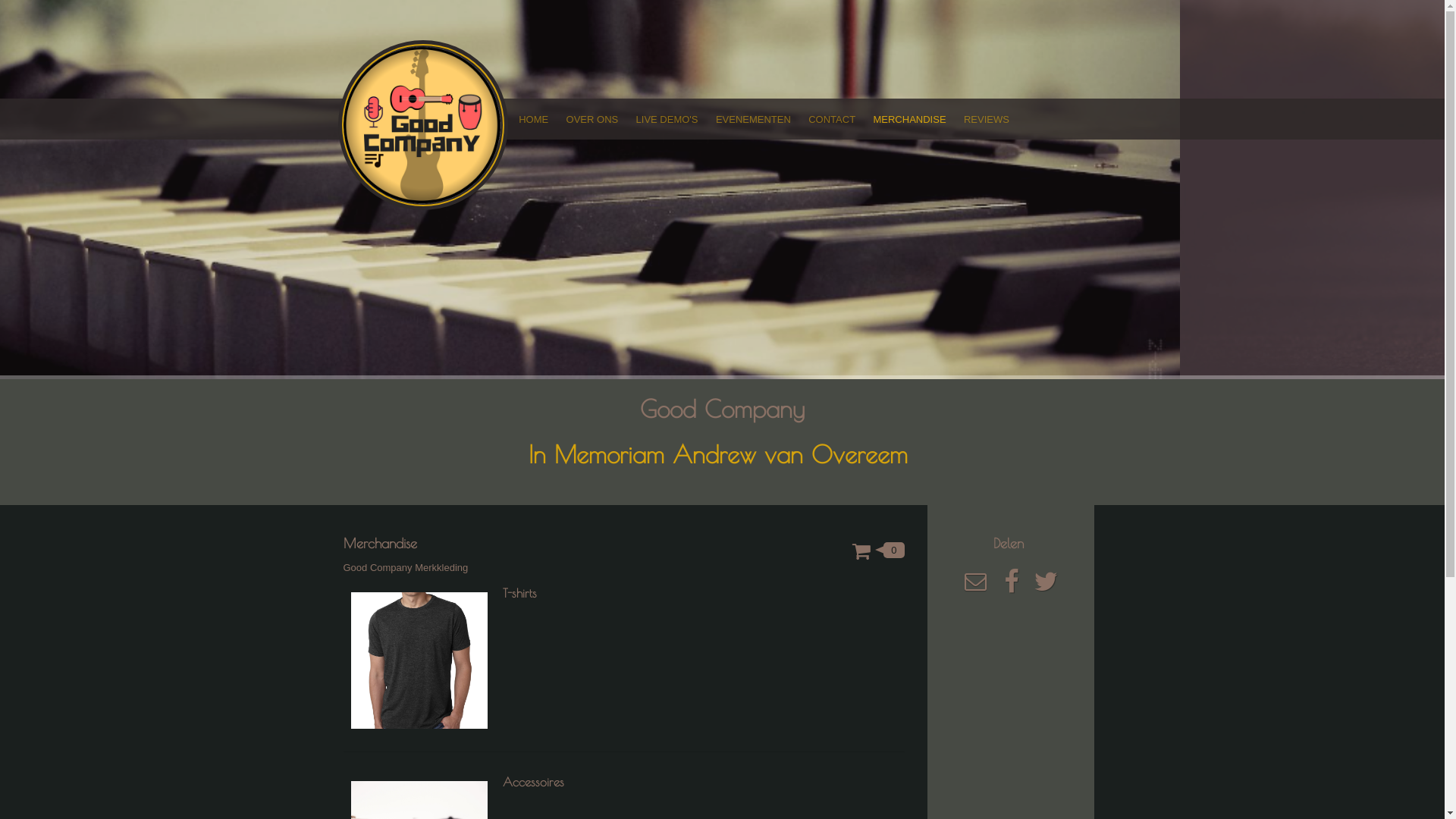  Describe the element at coordinates (626, 118) in the screenshot. I see `'LIVE DEMO'S'` at that location.